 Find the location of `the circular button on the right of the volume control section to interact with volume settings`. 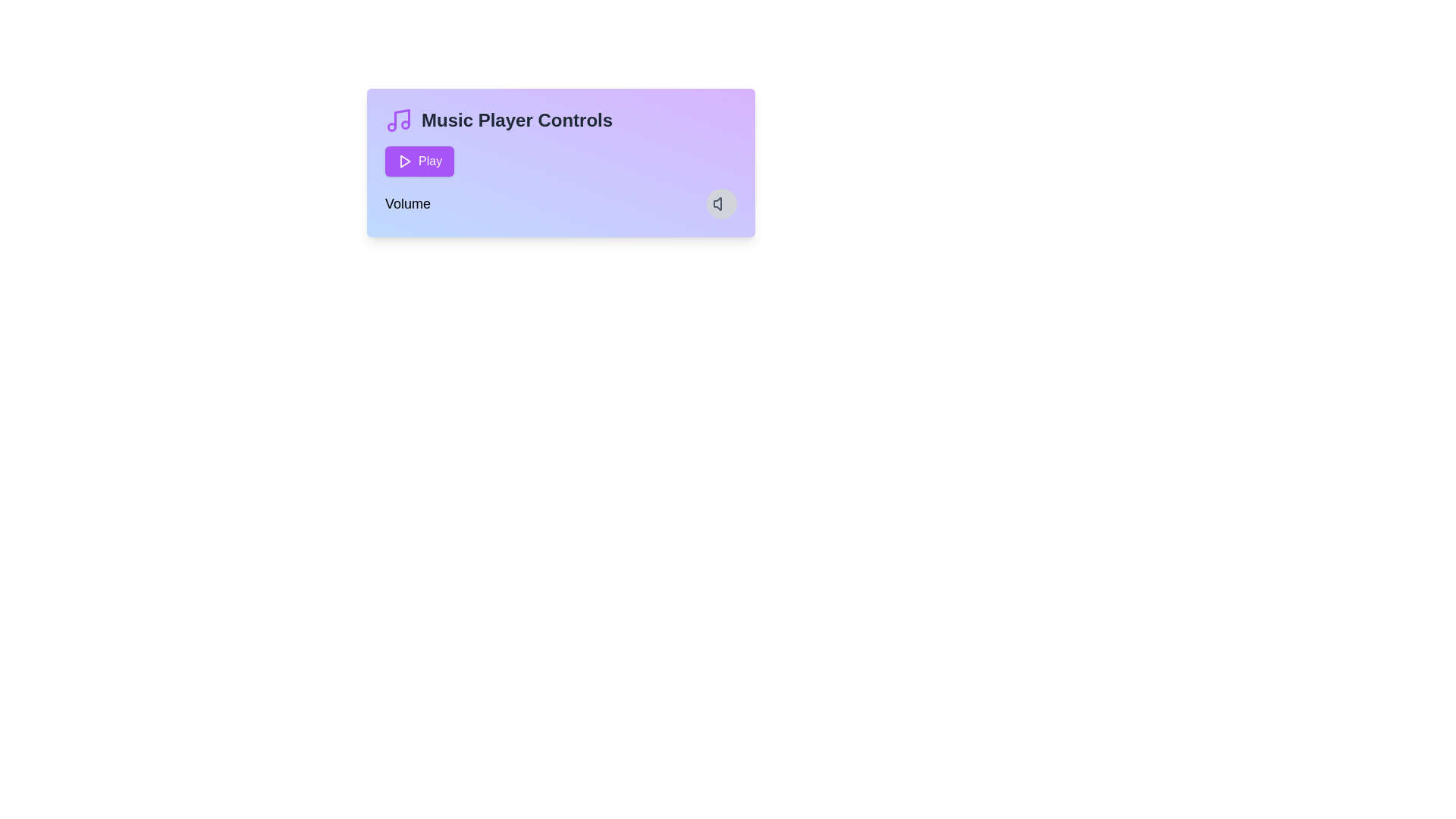

the circular button on the right of the volume control section to interact with volume settings is located at coordinates (560, 203).